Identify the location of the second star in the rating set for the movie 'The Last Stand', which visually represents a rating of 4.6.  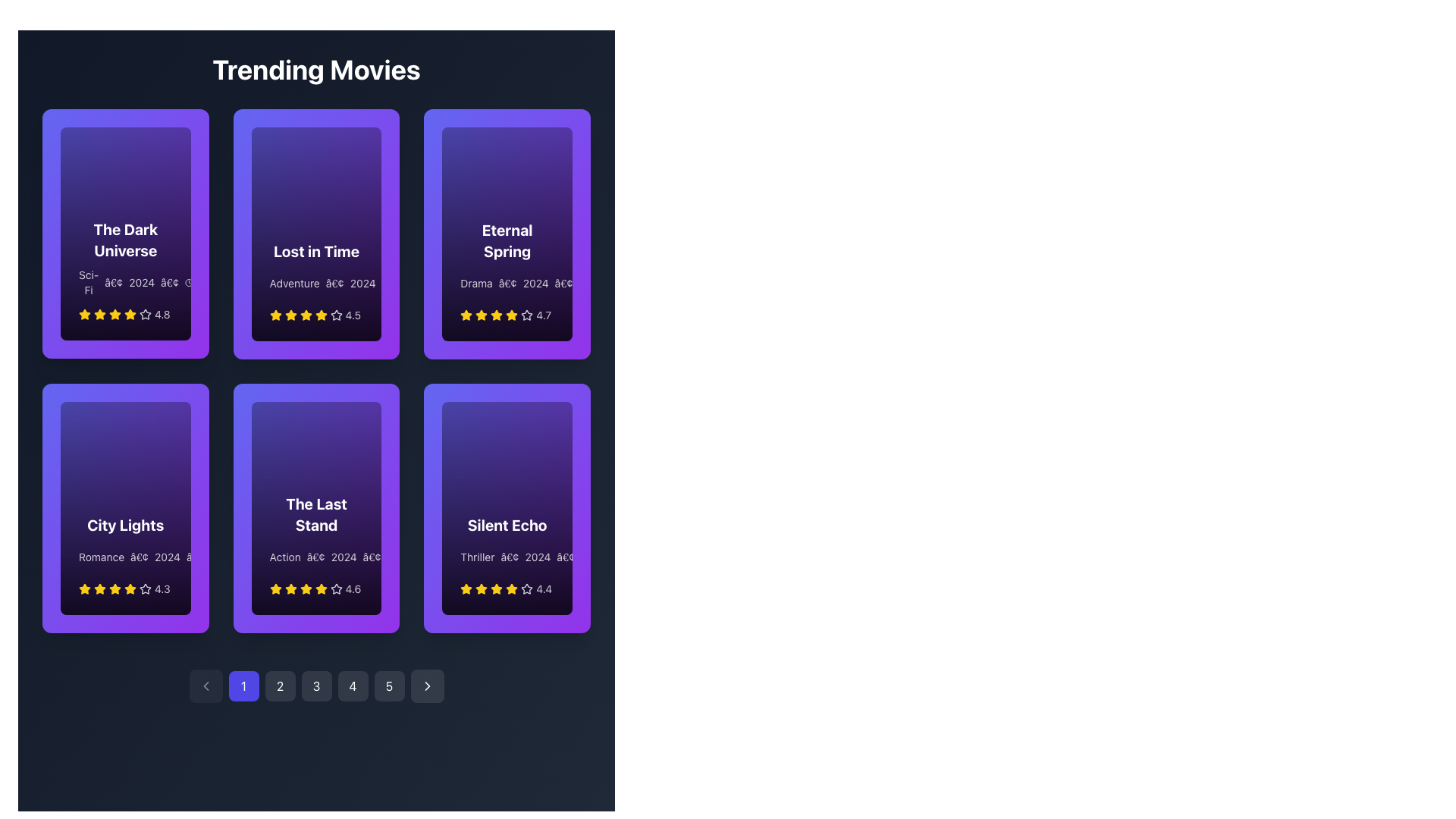
(290, 588).